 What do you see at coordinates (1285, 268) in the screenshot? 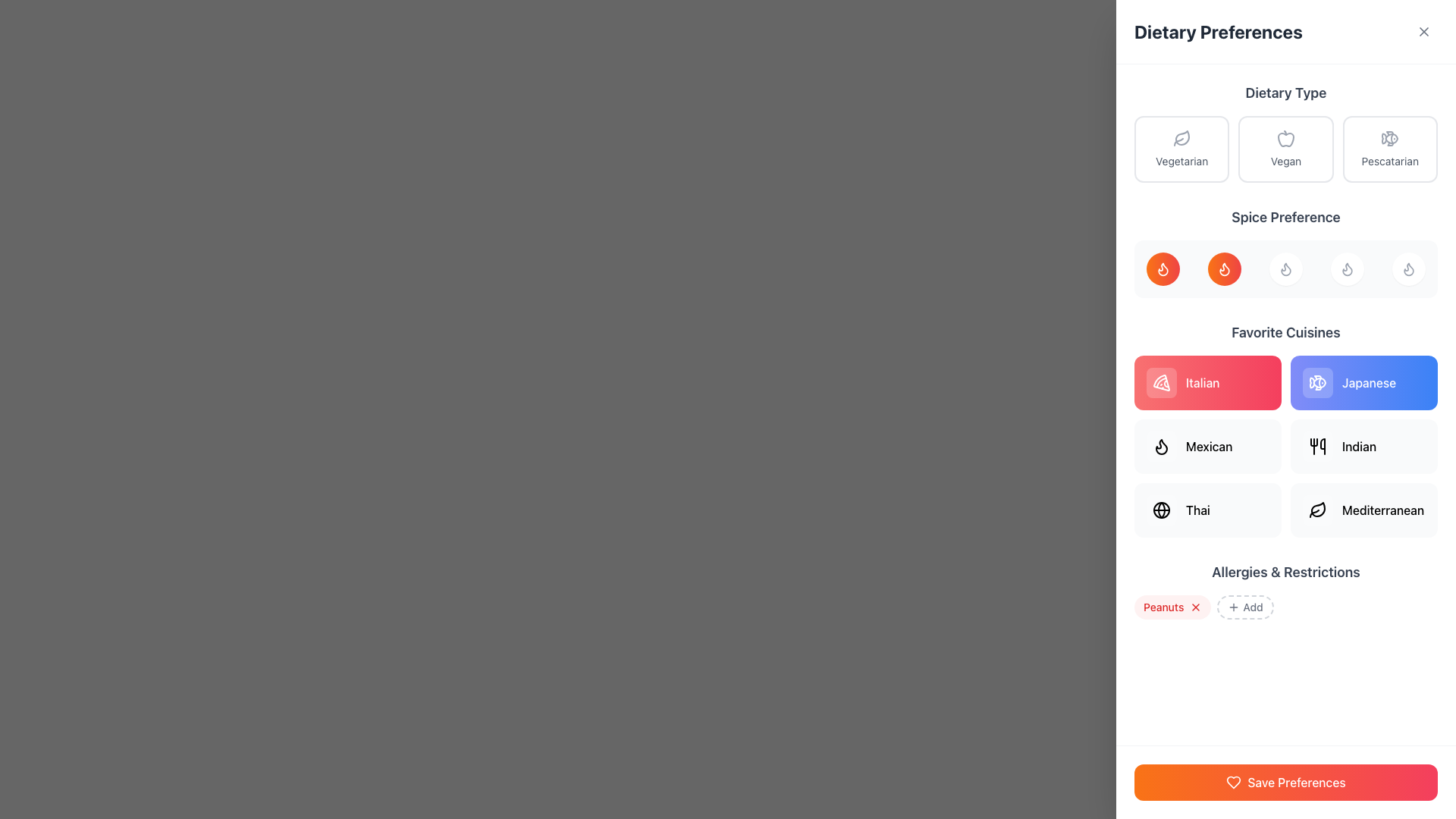
I see `the flame-shaped icon button representing the third spice level in the 'Spice Preference' section` at bounding box center [1285, 268].